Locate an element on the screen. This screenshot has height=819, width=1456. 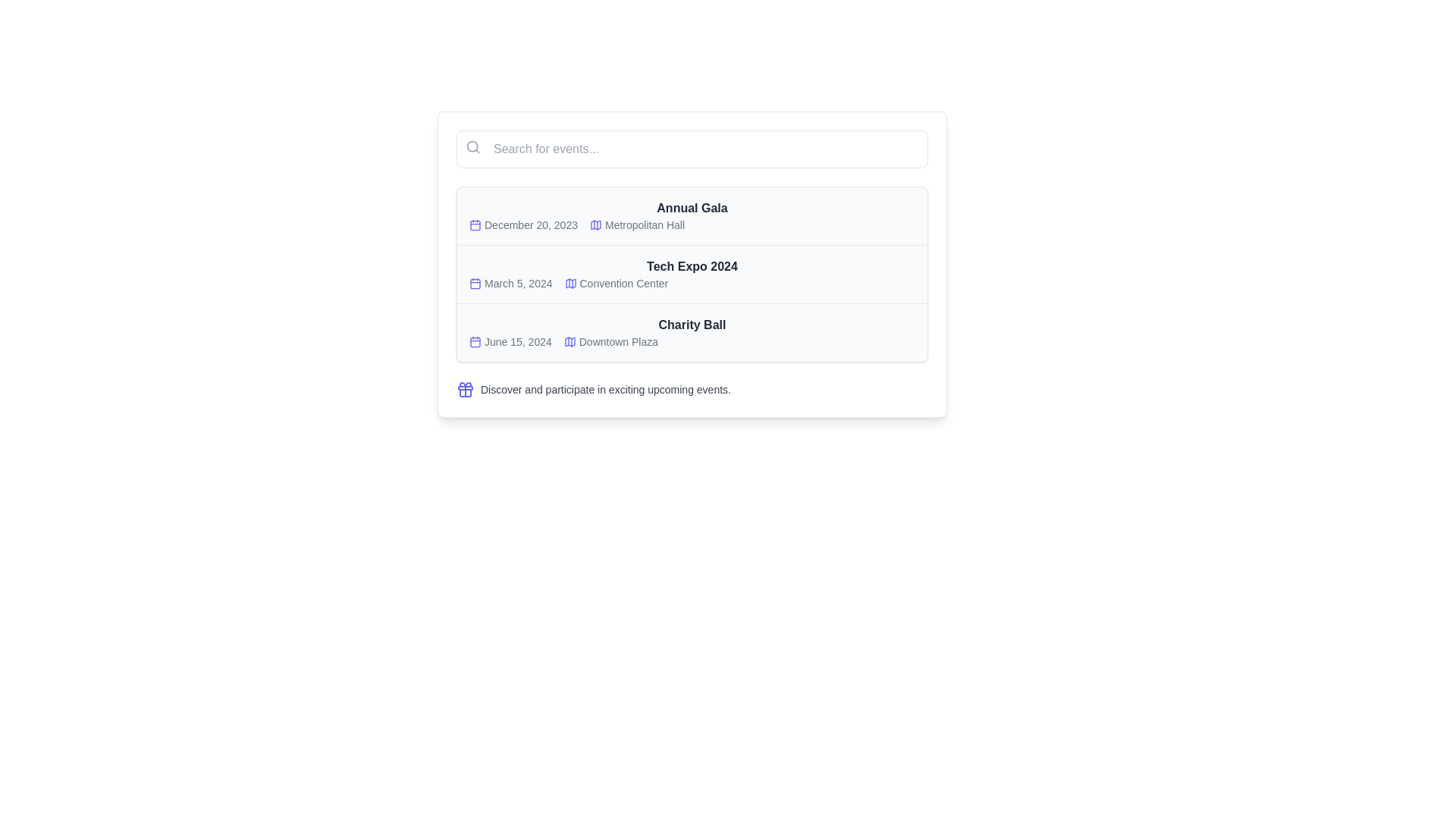
the icon that symbolizes the location or venue for the event, which is positioned directly to the left of the 'Convention Center' label in a vertical list structure is located at coordinates (570, 284).